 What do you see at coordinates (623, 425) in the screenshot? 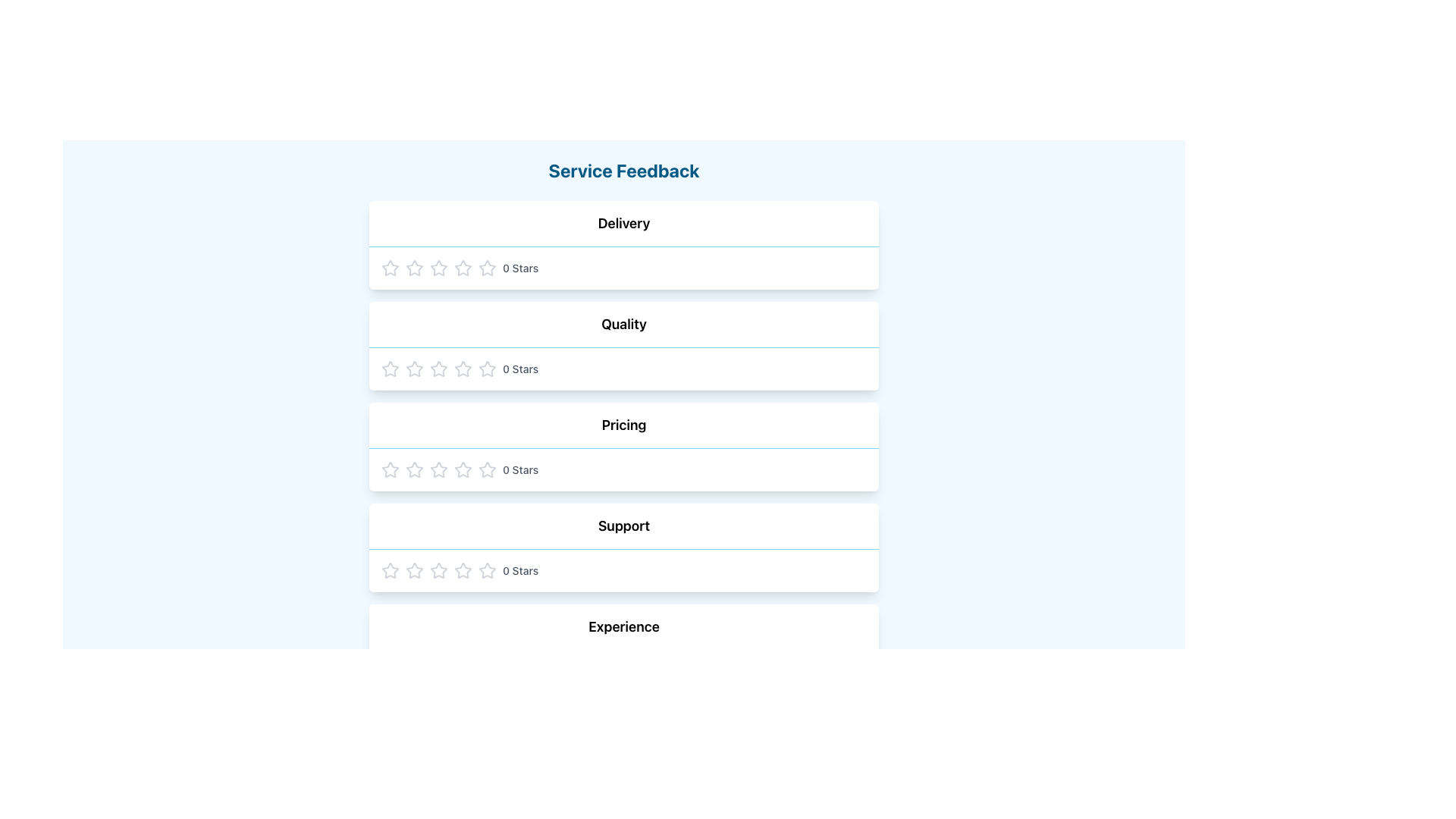
I see `the 'Pricing' text label, which is bold and located centrally in the third feedback item section between 'Quality' and 'Support'` at bounding box center [623, 425].